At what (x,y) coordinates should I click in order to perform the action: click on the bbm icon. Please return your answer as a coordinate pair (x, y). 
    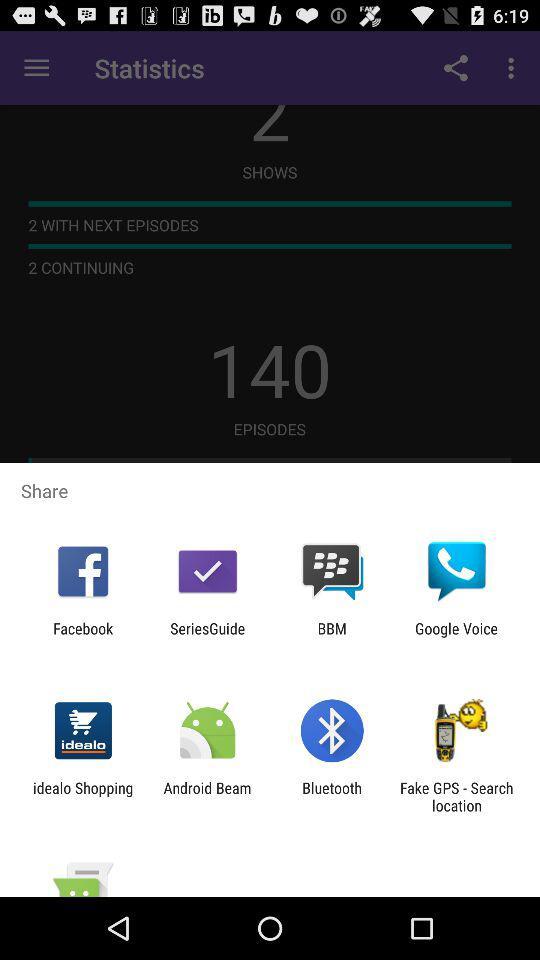
    Looking at the image, I should click on (332, 636).